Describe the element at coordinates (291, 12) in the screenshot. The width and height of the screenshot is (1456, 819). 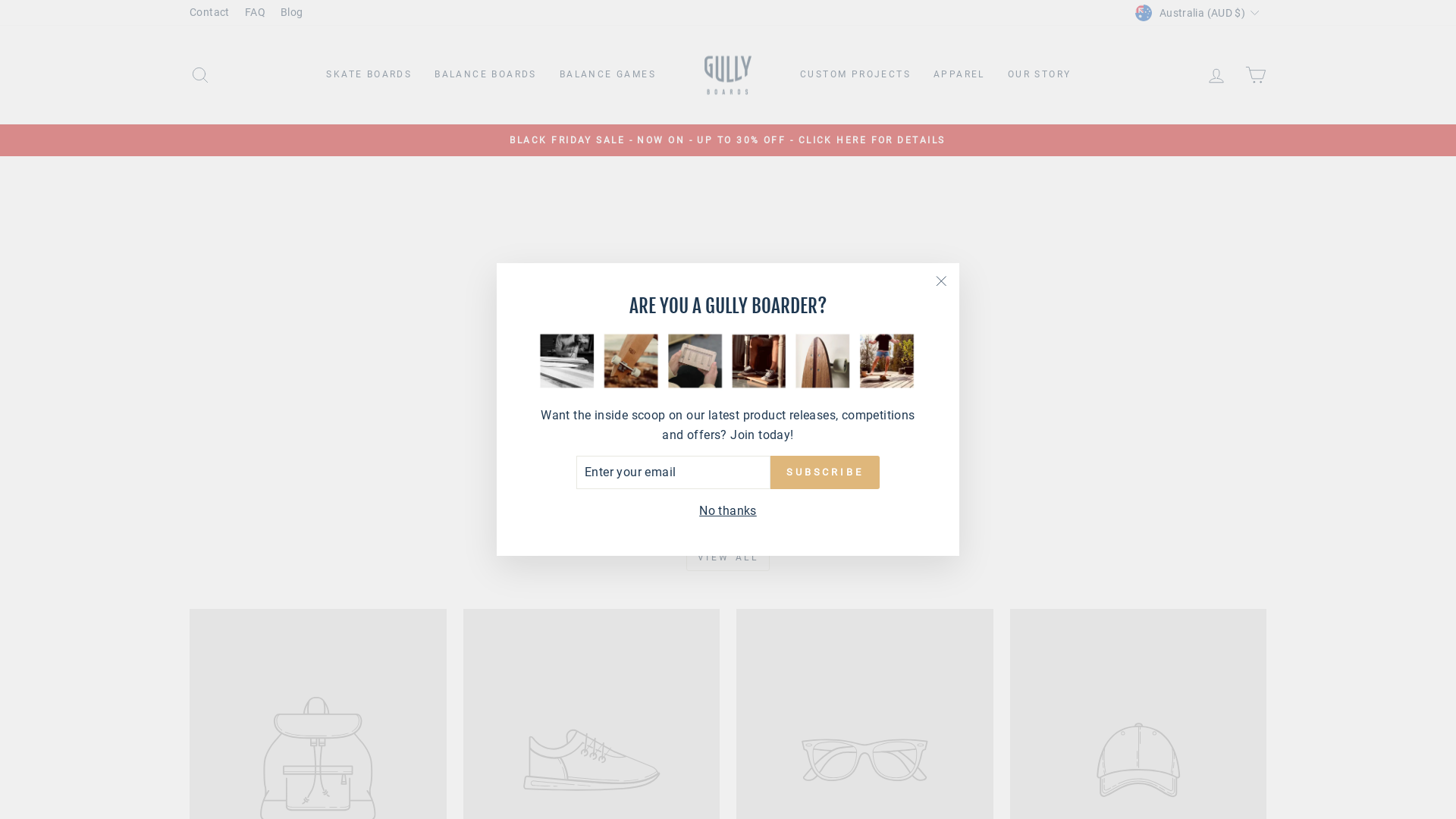
I see `'Blog'` at that location.